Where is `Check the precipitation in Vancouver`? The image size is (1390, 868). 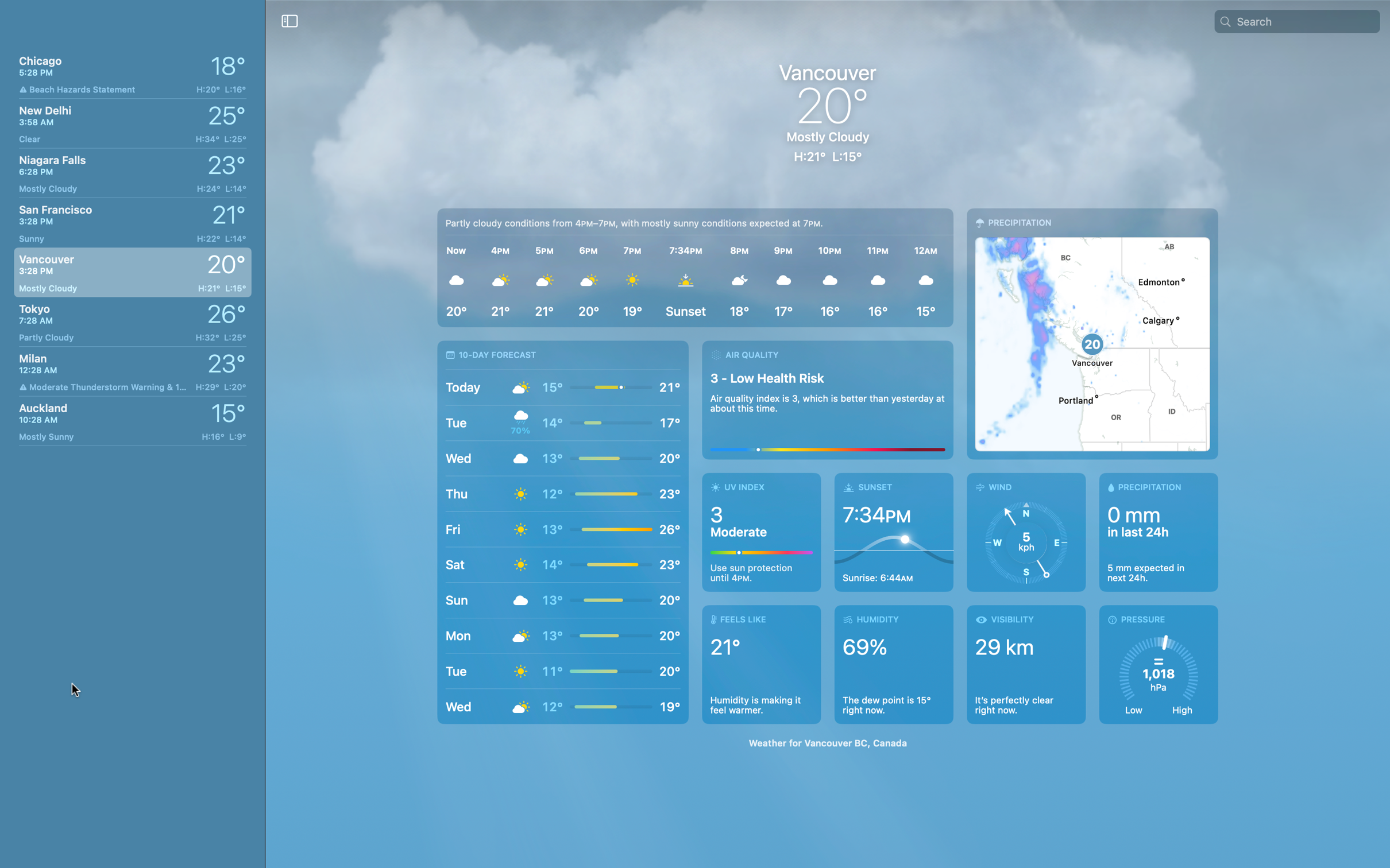 Check the precipitation in Vancouver is located at coordinates (1155, 533).